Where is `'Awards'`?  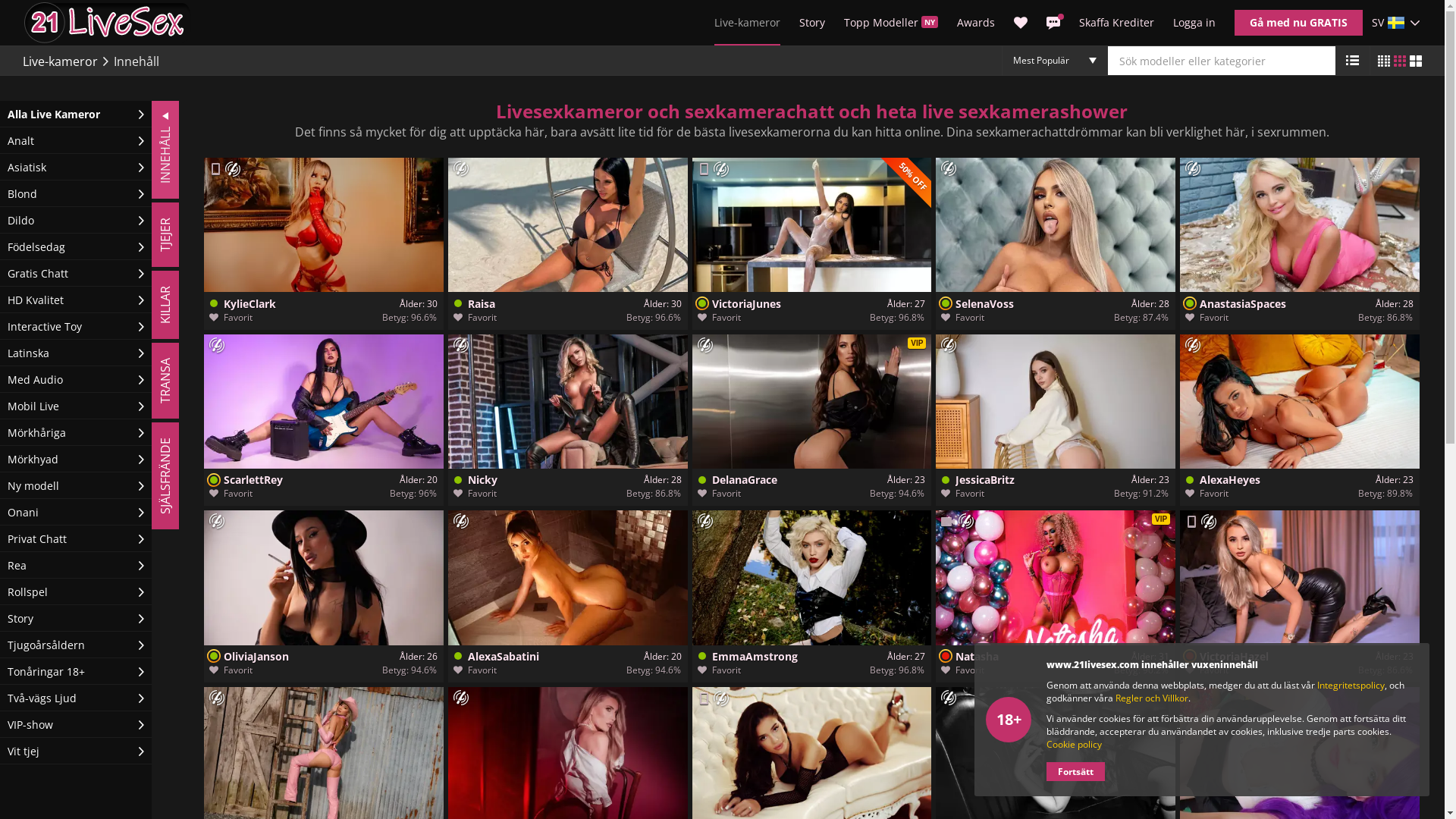 'Awards' is located at coordinates (975, 23).